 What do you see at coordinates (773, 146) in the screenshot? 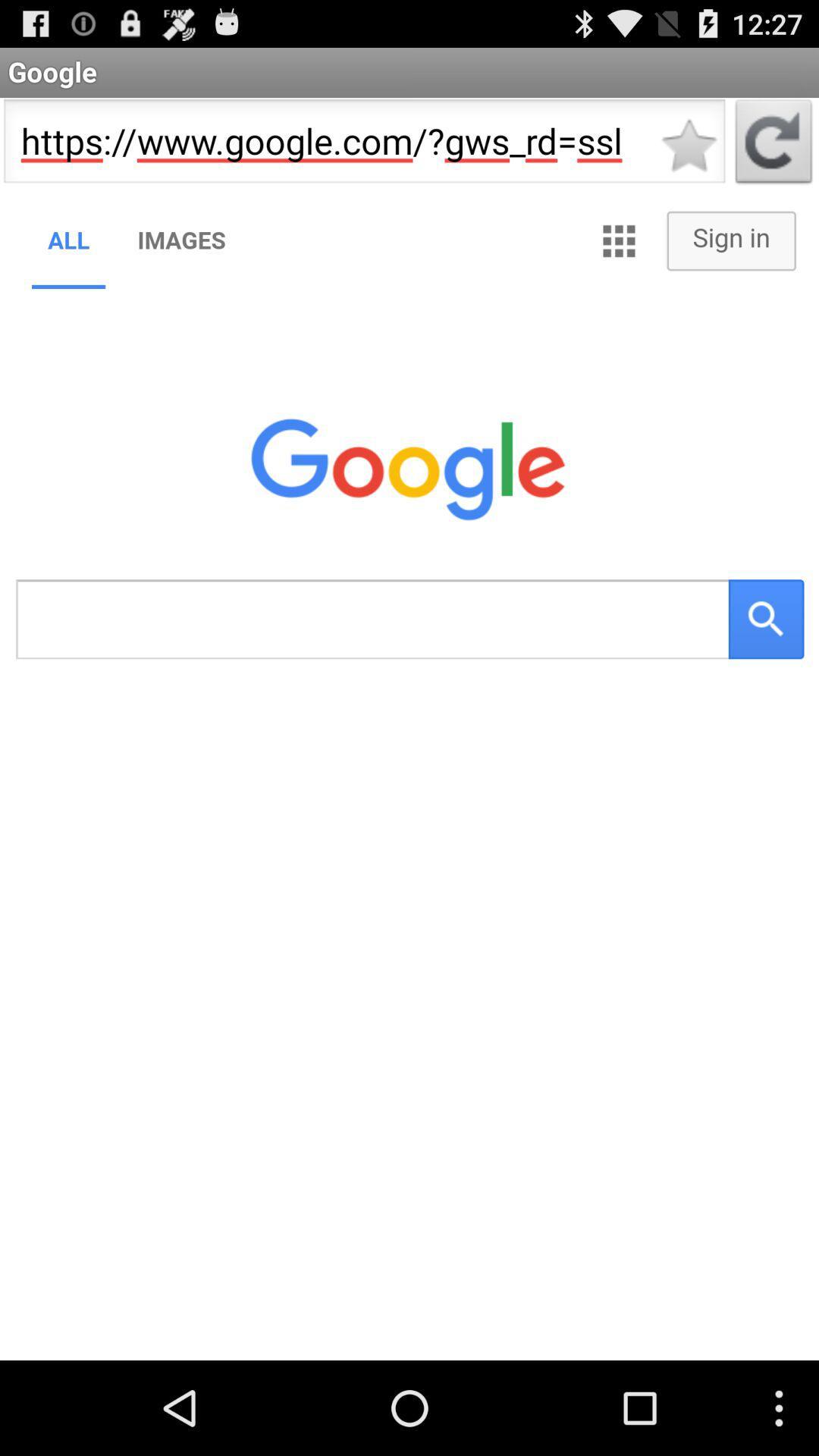
I see `refresh option` at bounding box center [773, 146].